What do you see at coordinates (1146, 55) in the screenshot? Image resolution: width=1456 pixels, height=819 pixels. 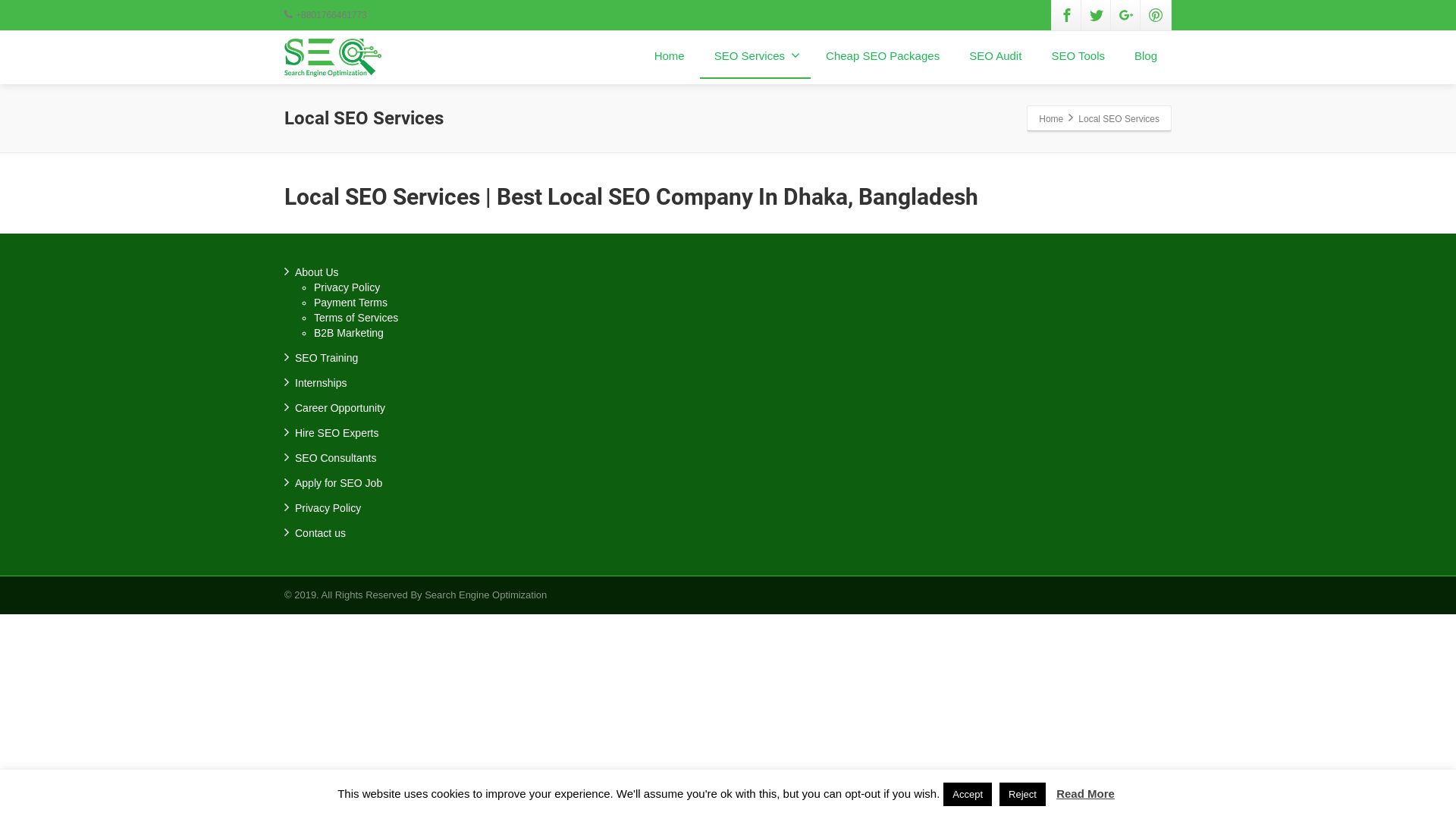 I see `'Blog'` at bounding box center [1146, 55].